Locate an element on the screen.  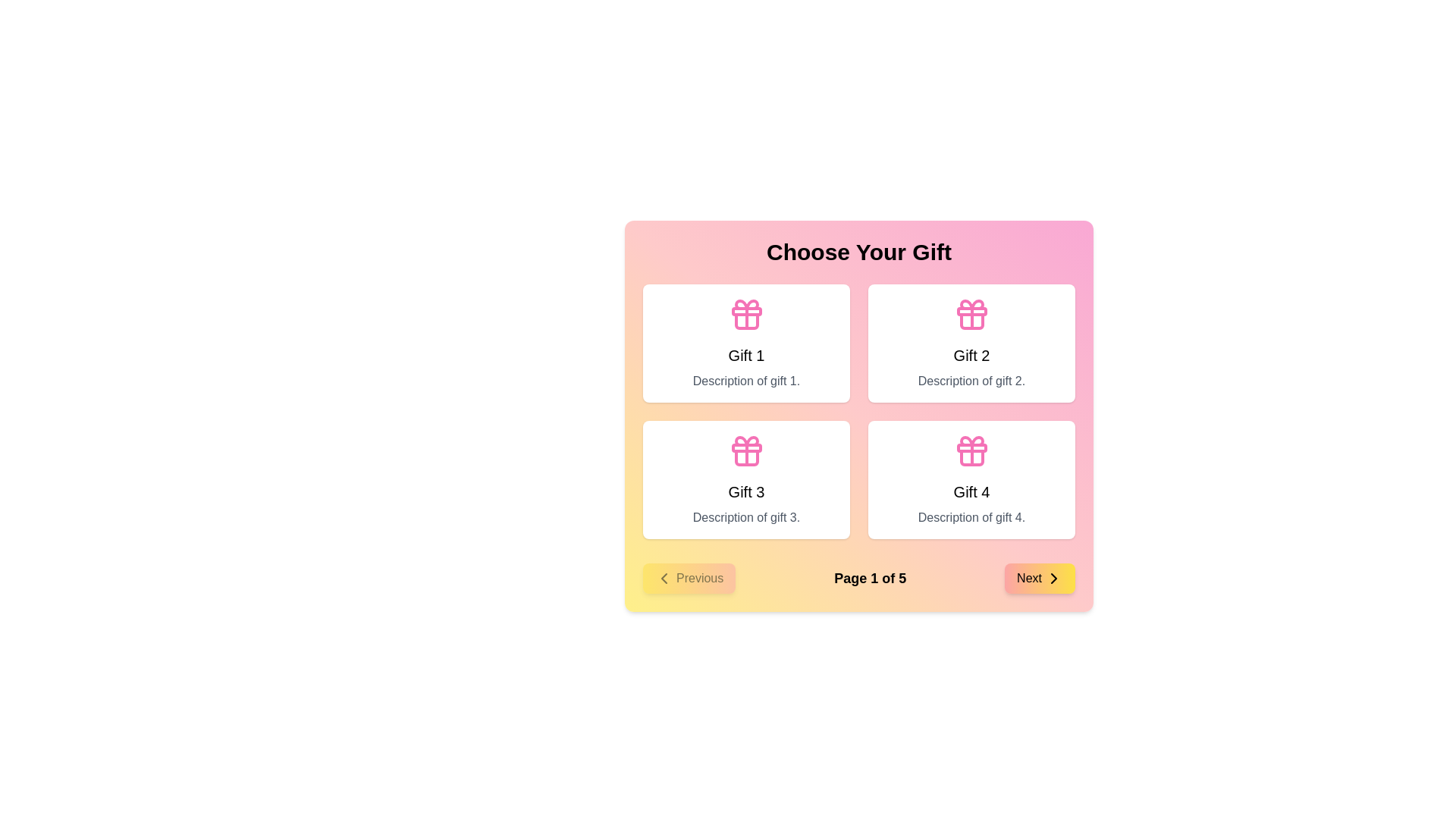
the topmost component of the gift box icon, which is part of an SVG illustration located above the text 'Gift 3' is located at coordinates (746, 441).